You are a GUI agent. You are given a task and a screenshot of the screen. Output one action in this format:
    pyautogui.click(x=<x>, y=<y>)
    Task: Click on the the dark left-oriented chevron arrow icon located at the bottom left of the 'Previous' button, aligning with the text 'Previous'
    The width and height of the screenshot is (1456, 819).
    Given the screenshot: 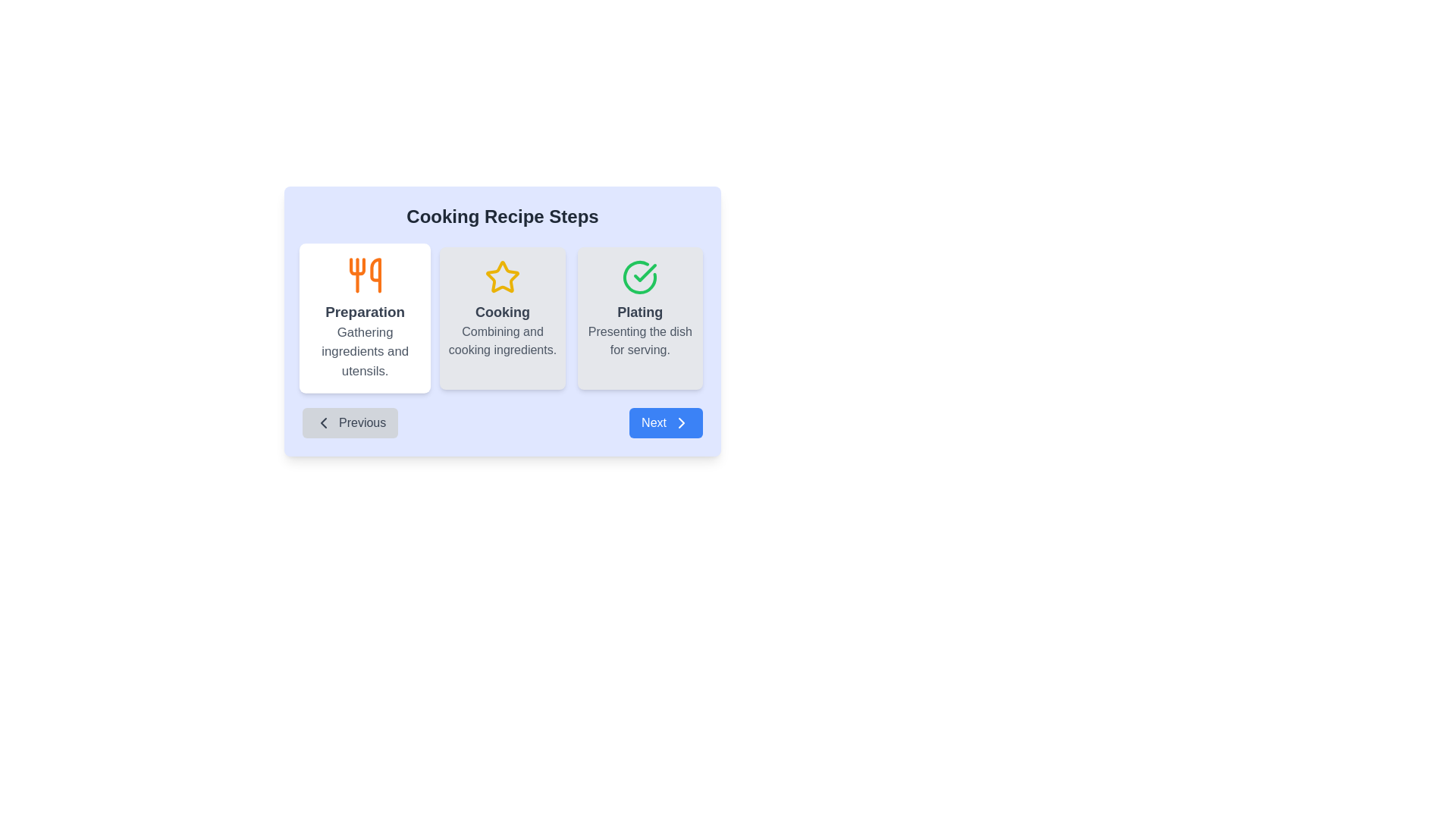 What is the action you would take?
    pyautogui.click(x=323, y=423)
    